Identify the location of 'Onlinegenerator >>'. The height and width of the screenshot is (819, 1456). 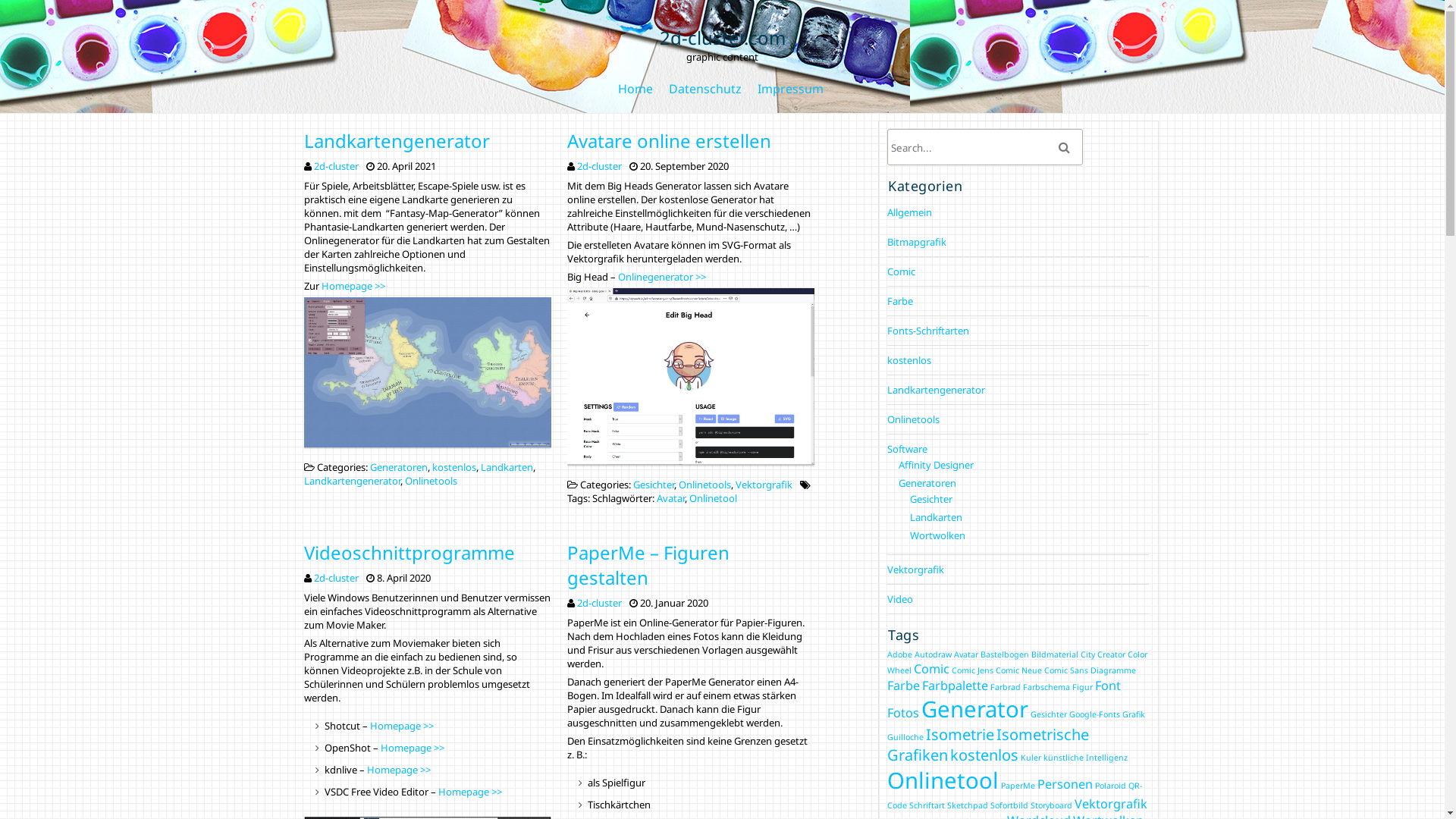
(618, 277).